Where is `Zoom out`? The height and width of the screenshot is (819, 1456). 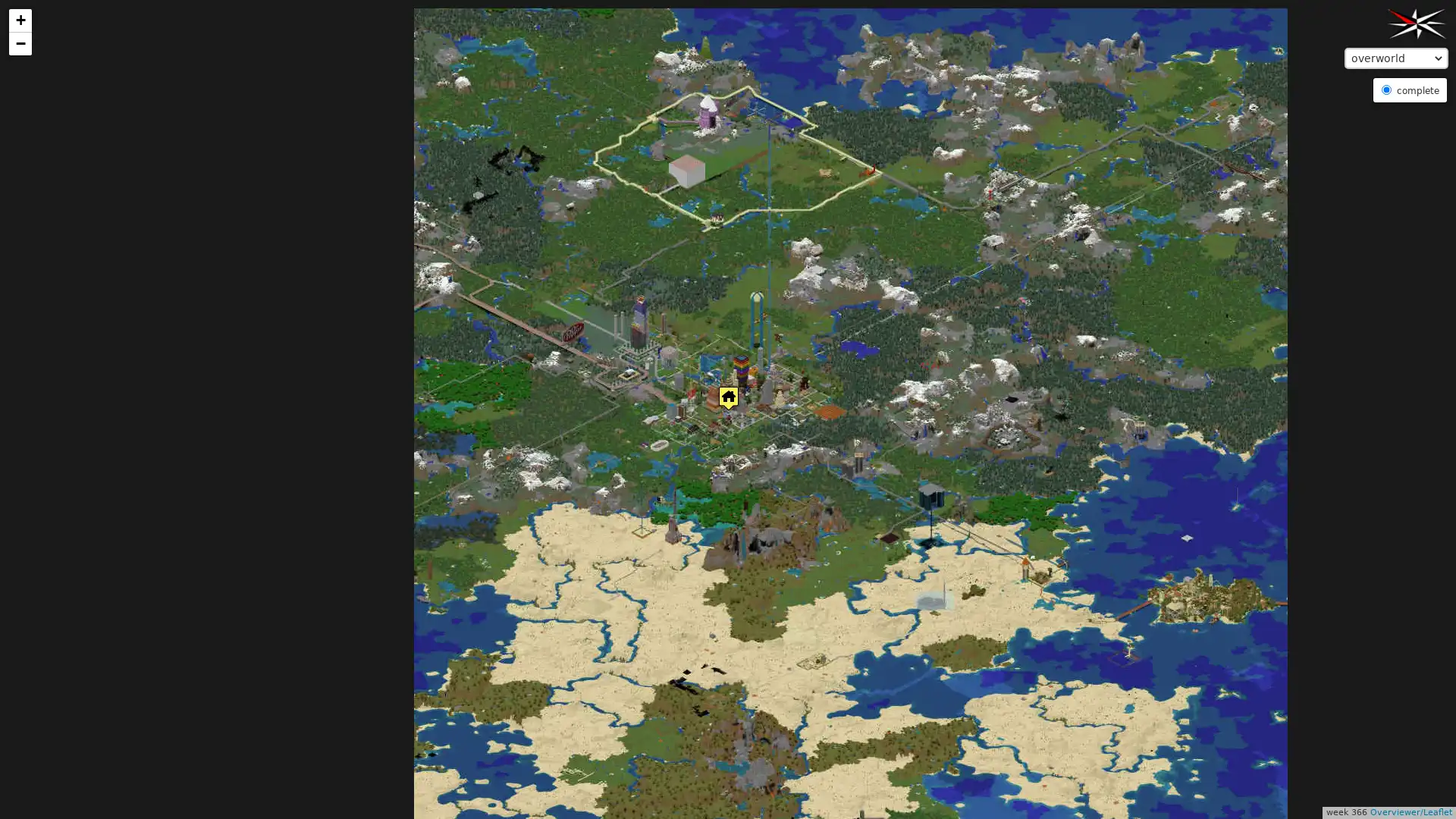 Zoom out is located at coordinates (20, 42).